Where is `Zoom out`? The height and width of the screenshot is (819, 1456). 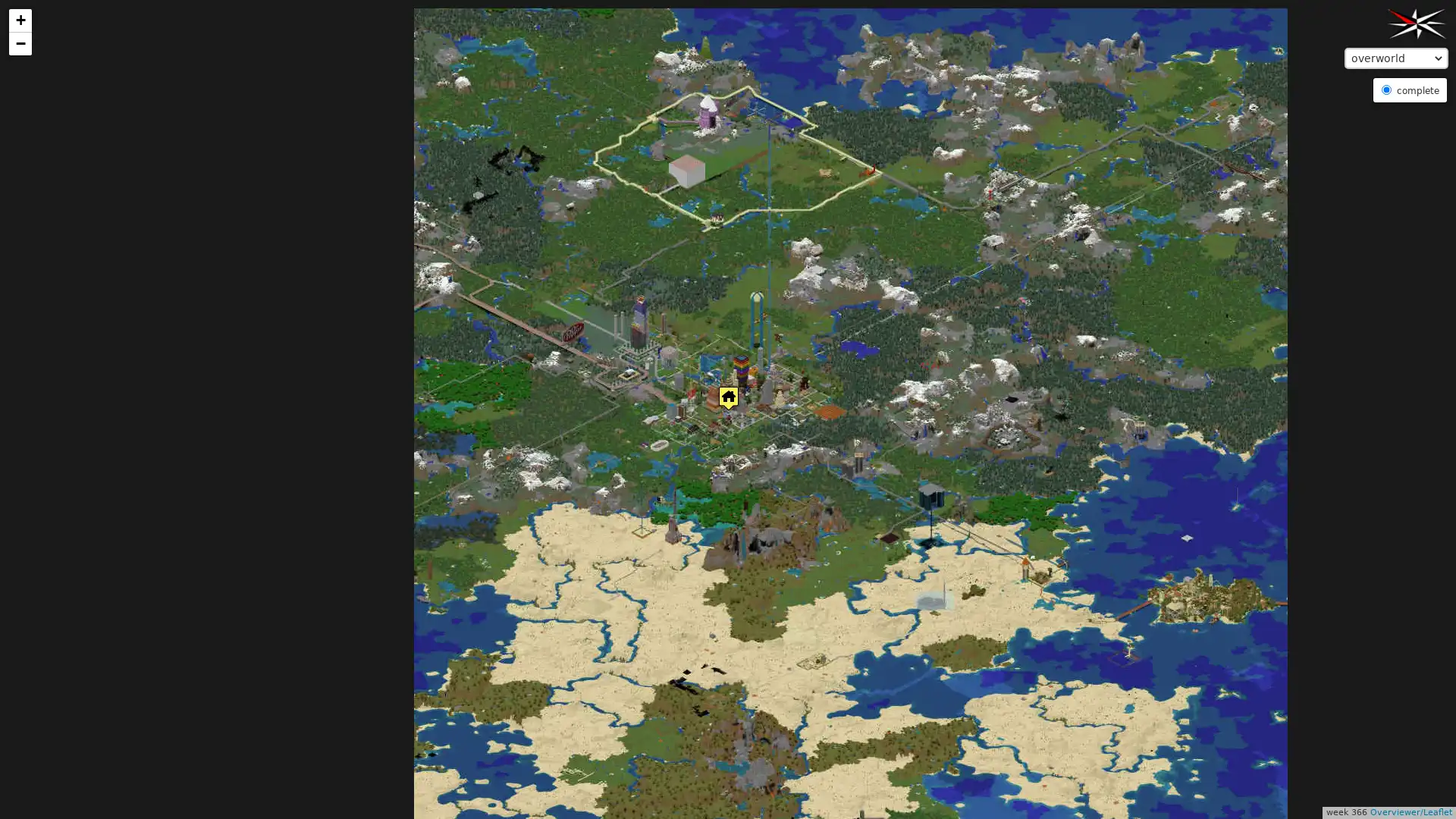 Zoom out is located at coordinates (20, 42).